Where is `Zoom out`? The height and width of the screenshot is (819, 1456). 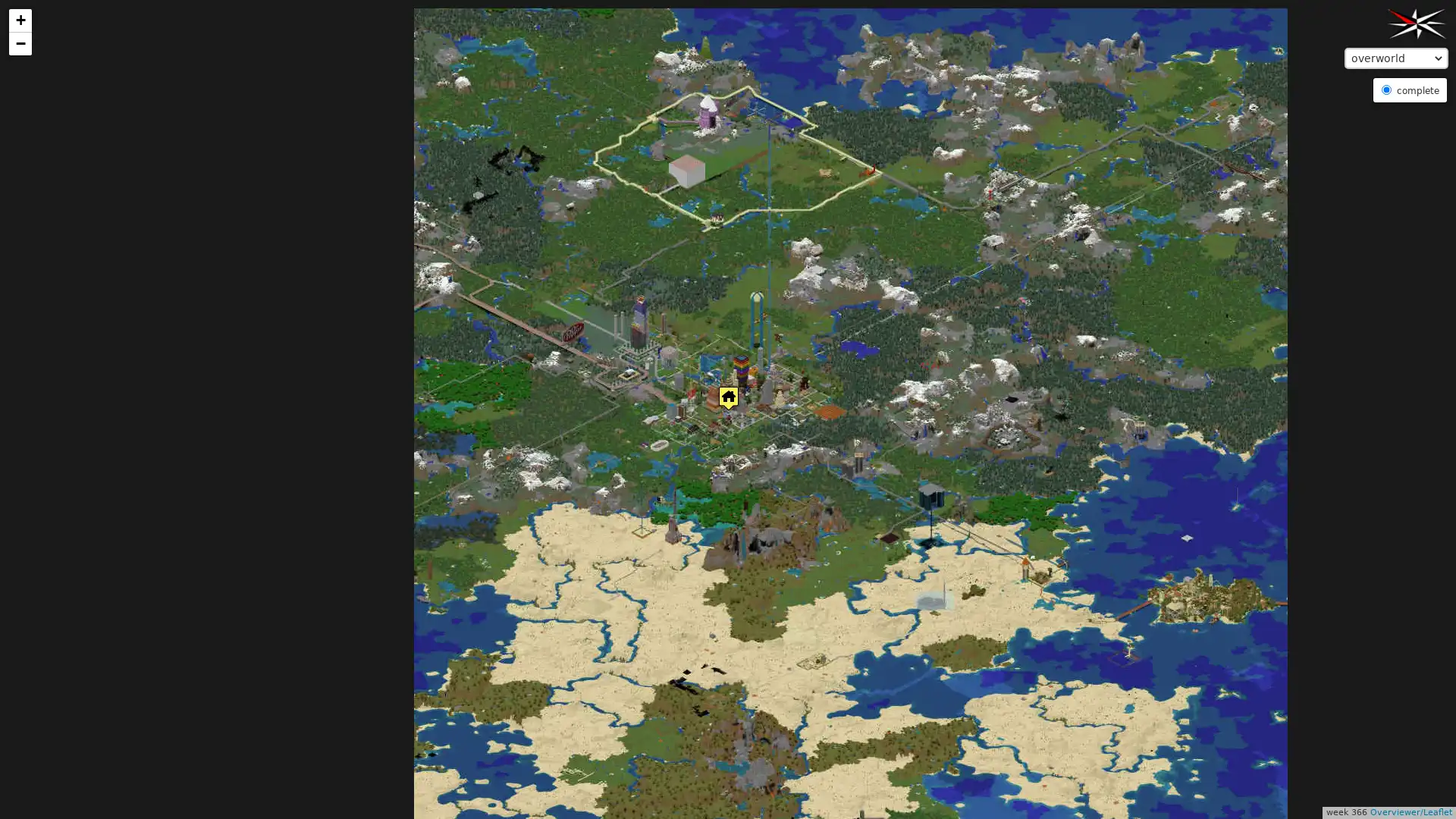 Zoom out is located at coordinates (20, 42).